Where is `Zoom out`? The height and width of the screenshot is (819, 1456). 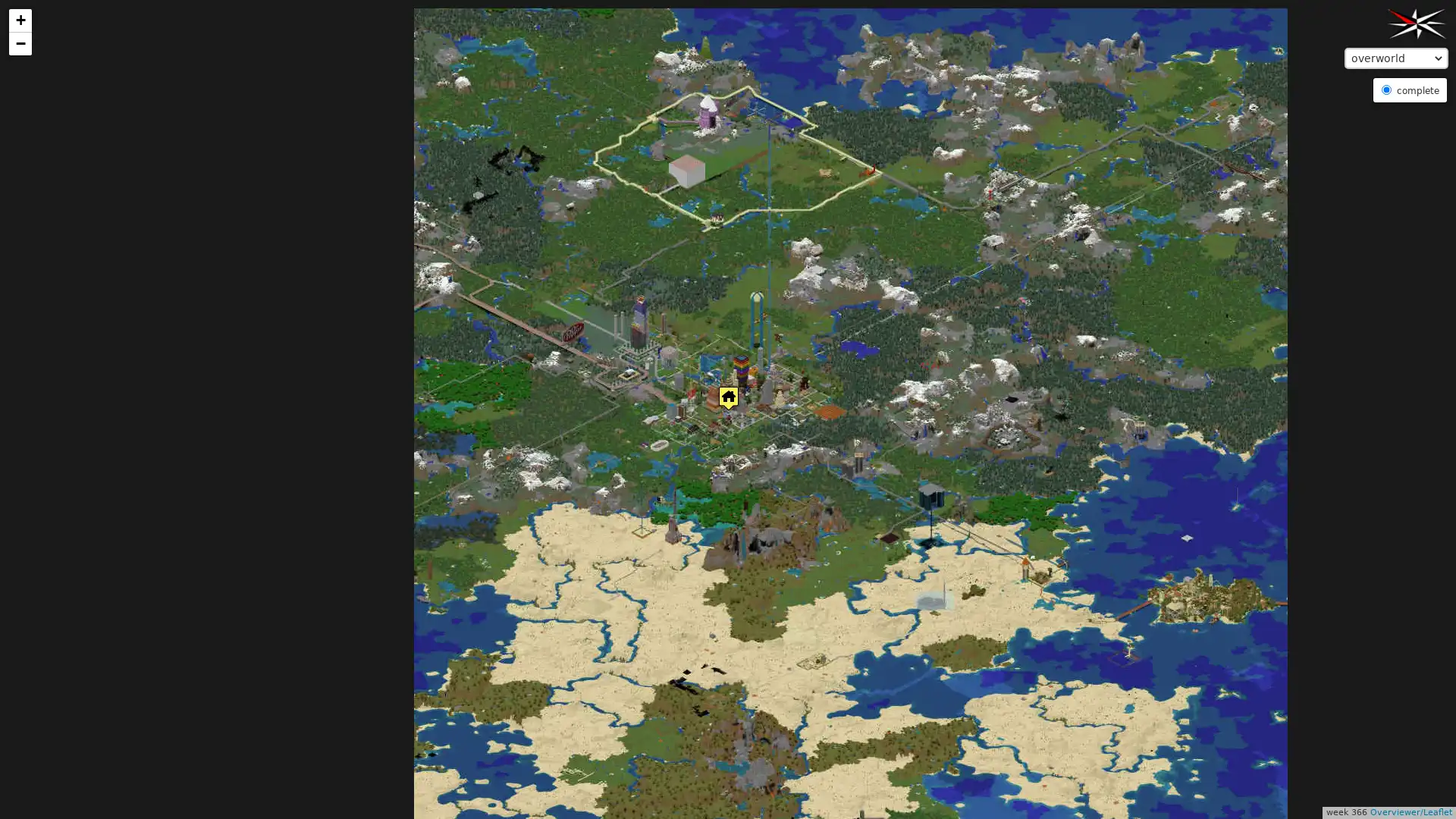 Zoom out is located at coordinates (20, 42).